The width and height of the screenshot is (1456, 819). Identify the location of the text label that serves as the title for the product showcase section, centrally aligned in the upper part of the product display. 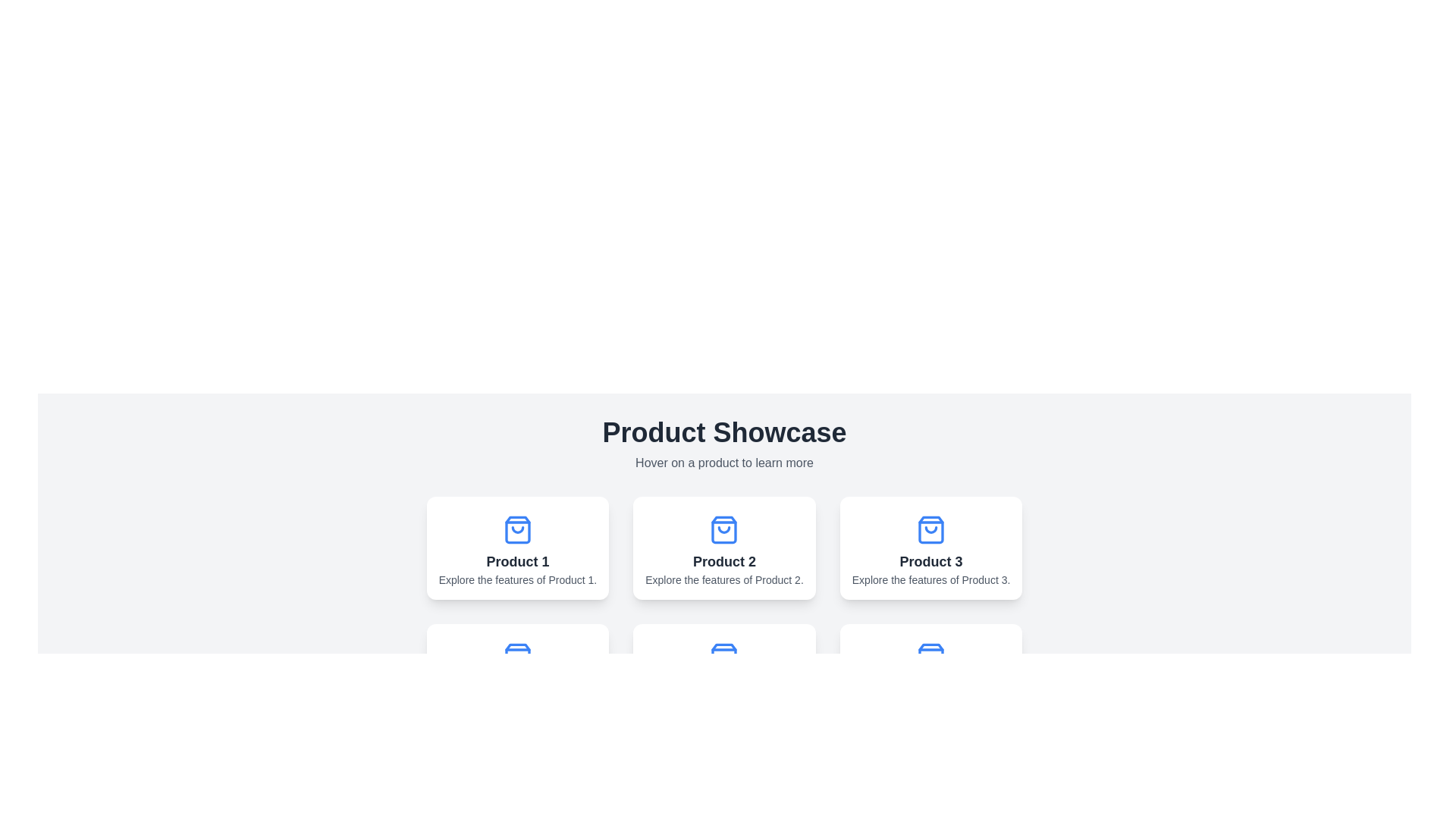
(723, 432).